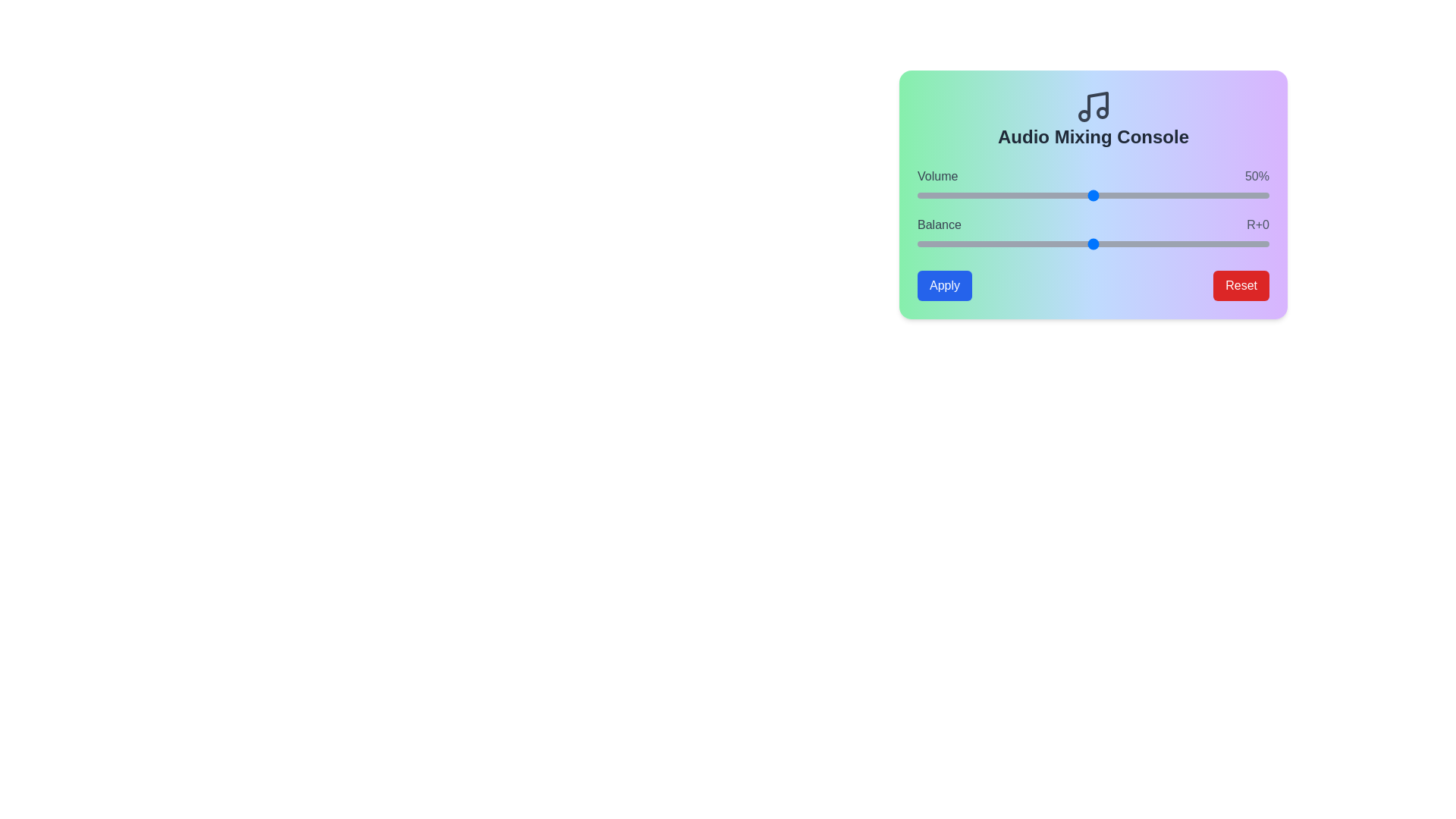 This screenshot has height=819, width=1456. Describe the element at coordinates (1103, 112) in the screenshot. I see `the rightmost circle of the musical note SVG element, situated above the title 'Audio Mixing Console'` at that location.